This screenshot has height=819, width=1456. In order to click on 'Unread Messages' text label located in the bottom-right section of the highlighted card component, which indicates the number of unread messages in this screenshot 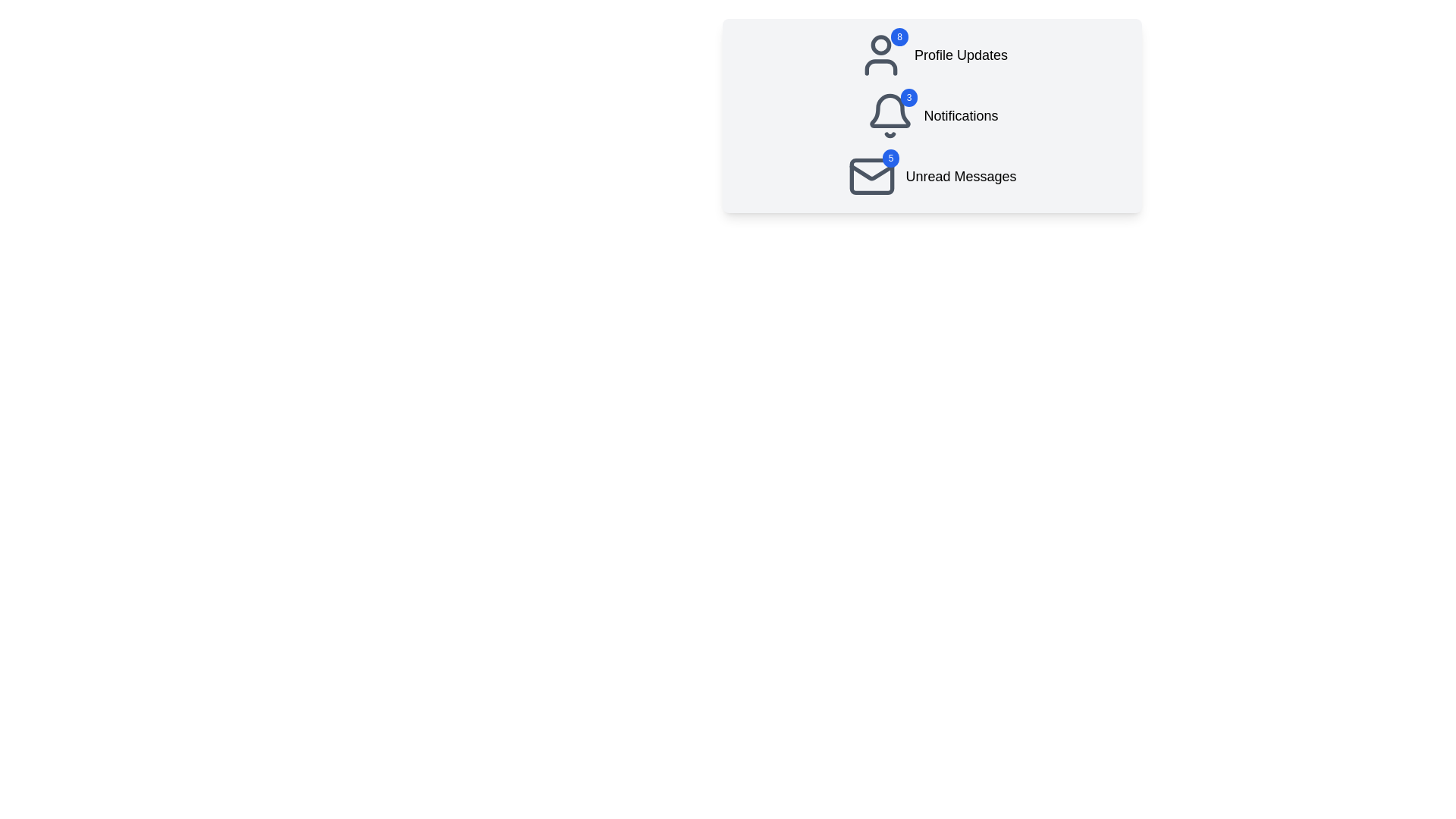, I will do `click(960, 175)`.